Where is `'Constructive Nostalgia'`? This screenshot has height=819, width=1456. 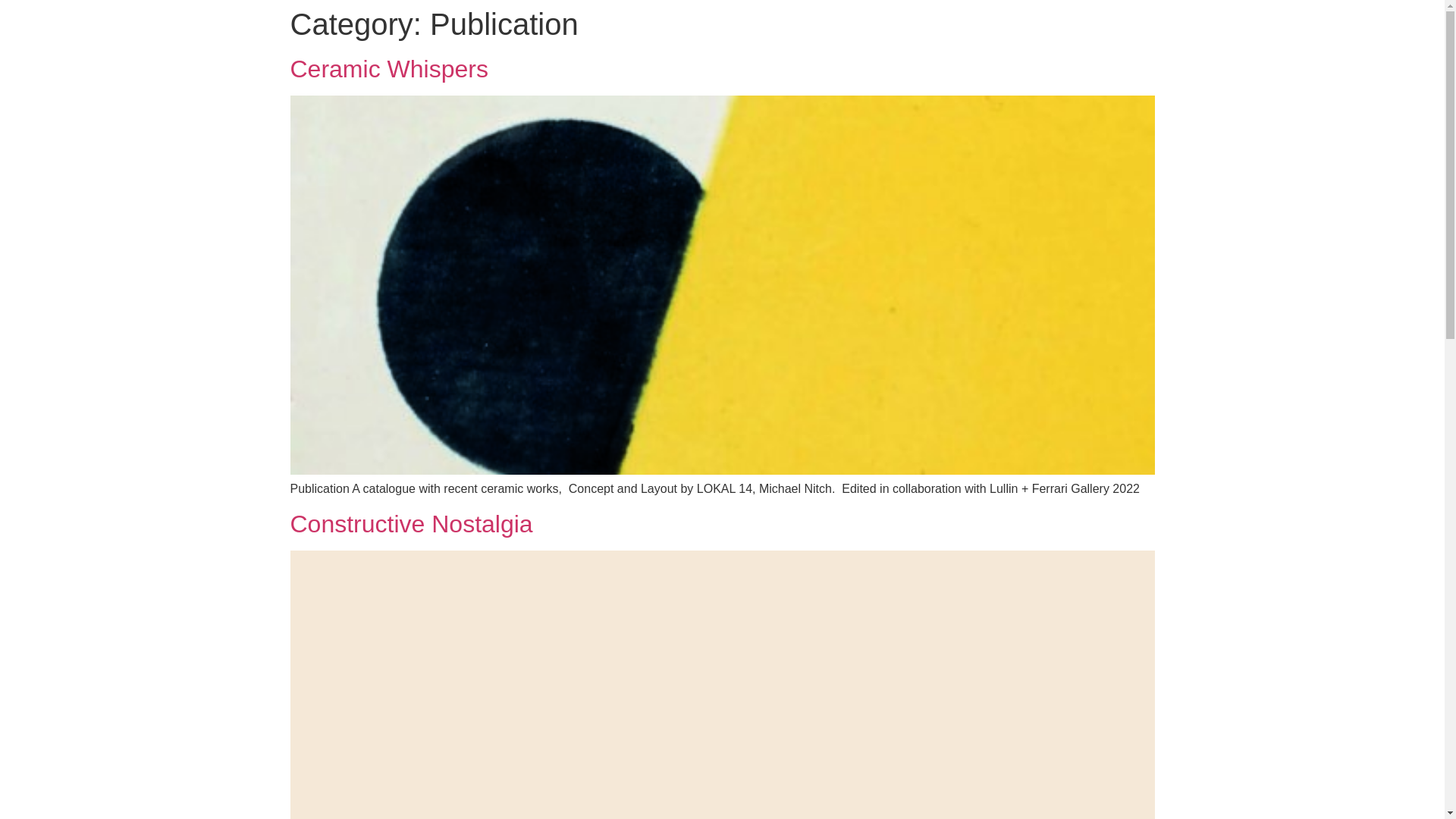
'Constructive Nostalgia' is located at coordinates (411, 522).